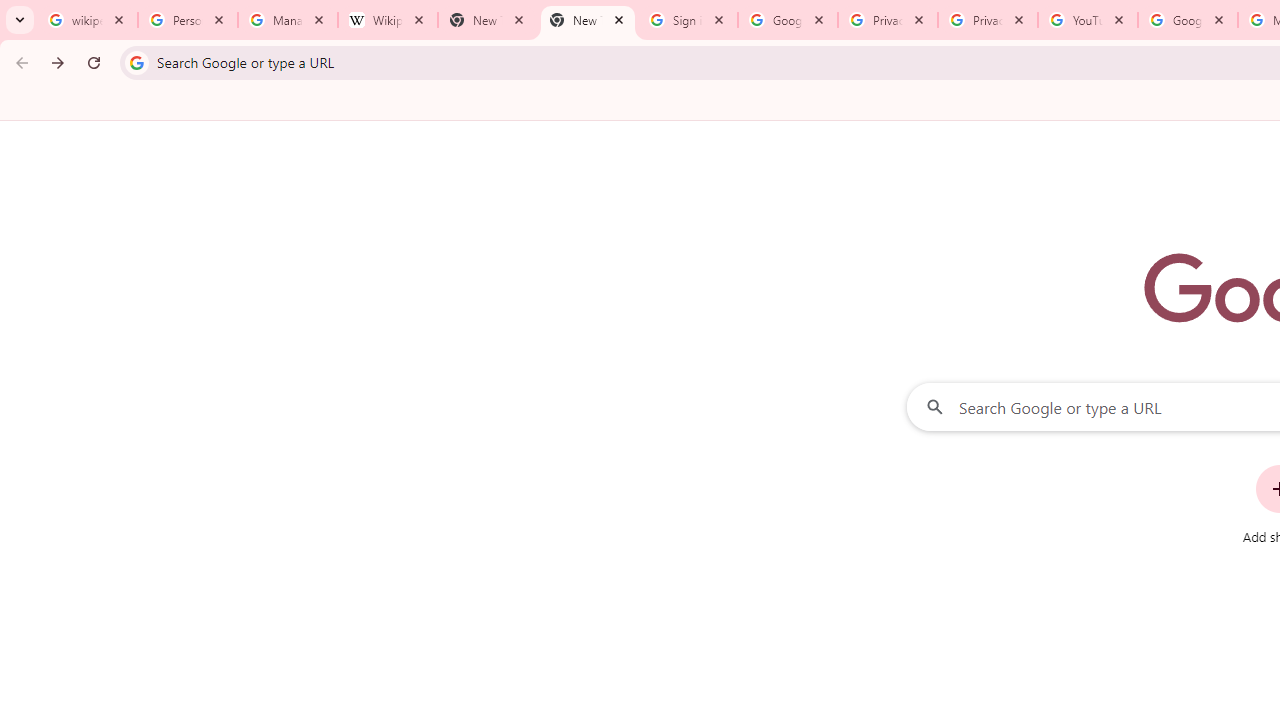 The height and width of the screenshot is (720, 1280). I want to click on 'New Tab', so click(586, 20).